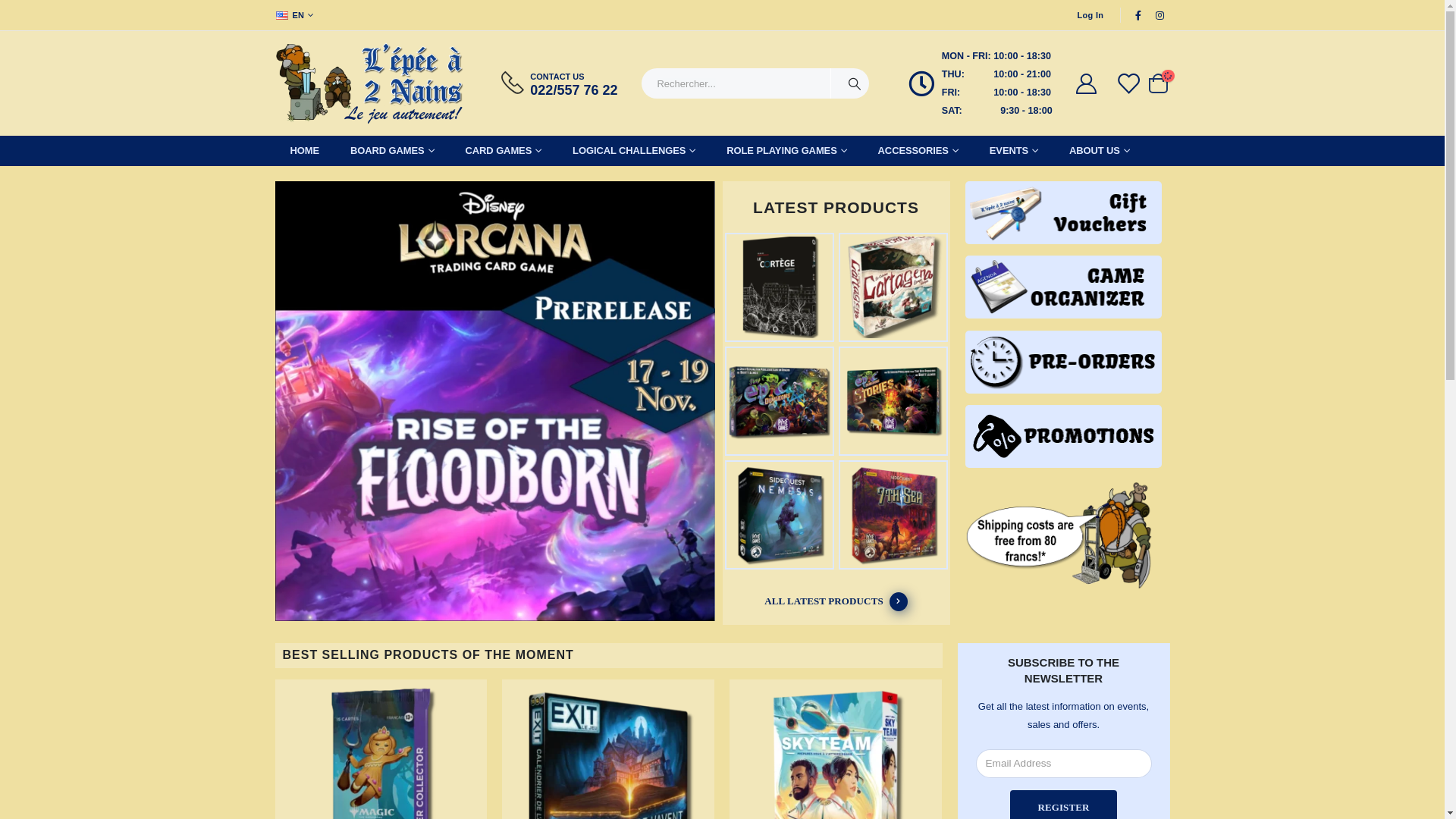 Image resolution: width=1456 pixels, height=819 pixels. I want to click on 'ACCESSORIES', so click(917, 151).